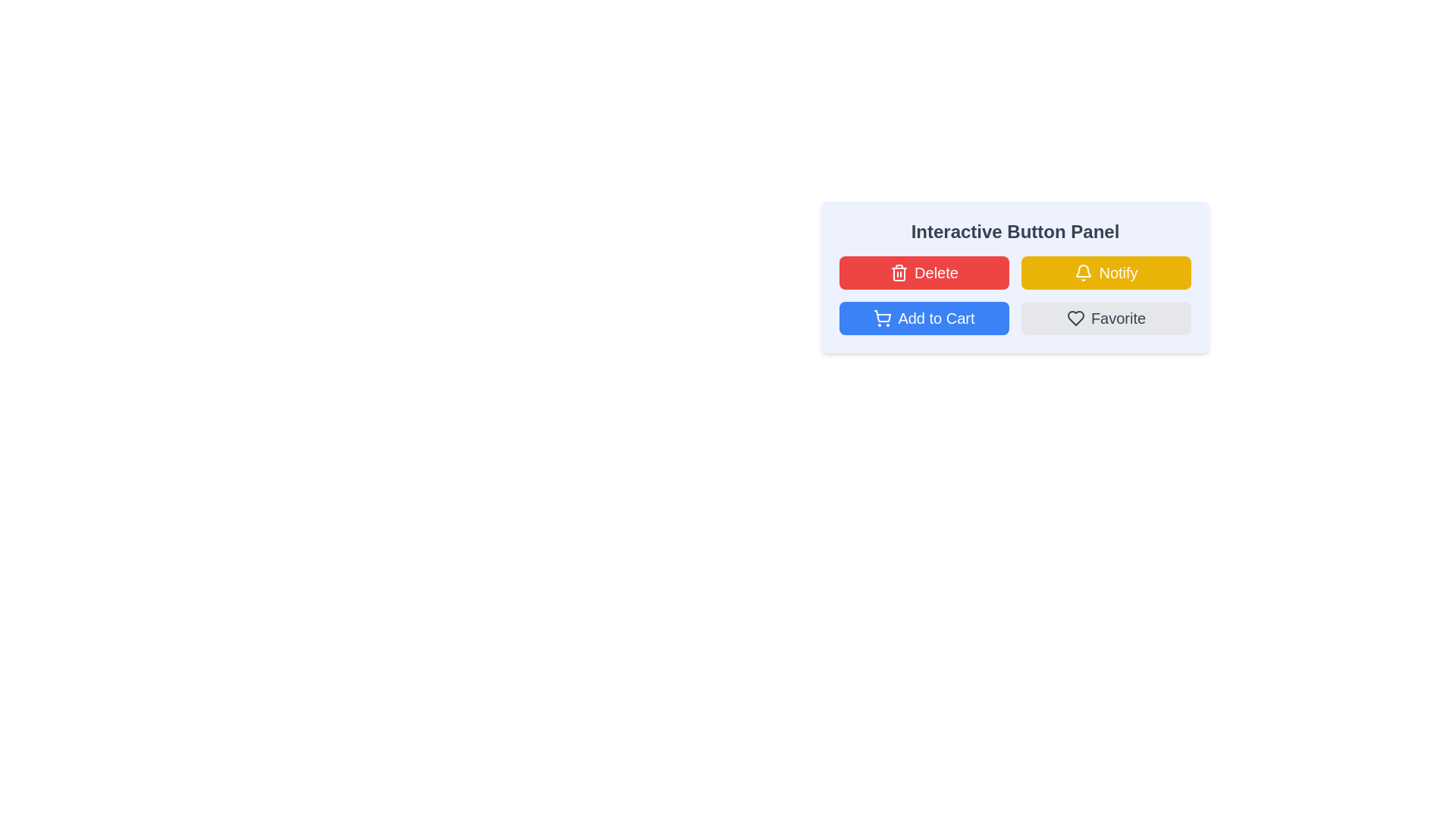 Image resolution: width=1456 pixels, height=819 pixels. Describe the element at coordinates (883, 318) in the screenshot. I see `the shopping cart icon embedded inside the 'Add to Cart' button, which is the second button from the left in the 'Interactive Button Panel'` at that location.